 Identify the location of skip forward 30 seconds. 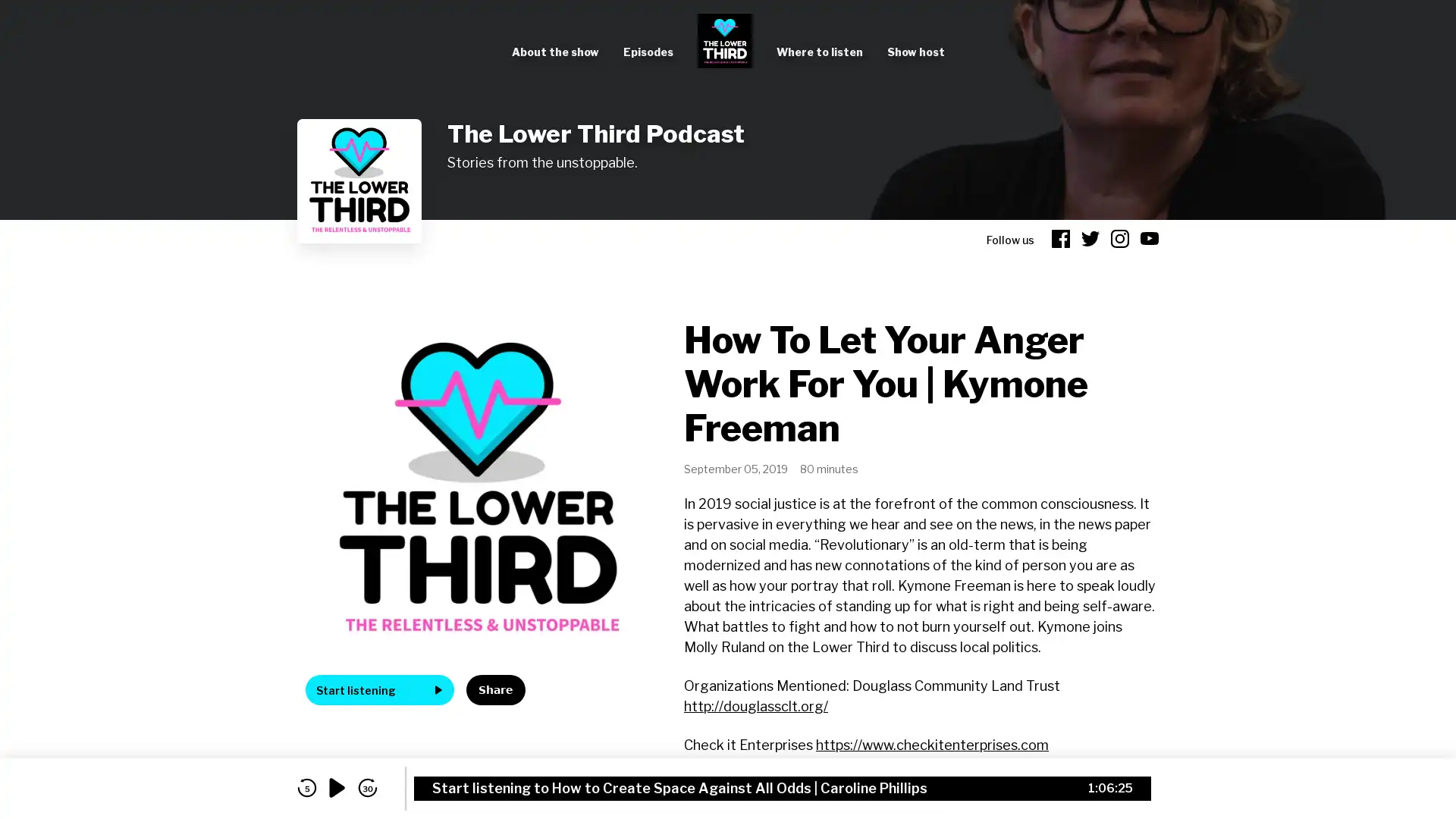
(367, 787).